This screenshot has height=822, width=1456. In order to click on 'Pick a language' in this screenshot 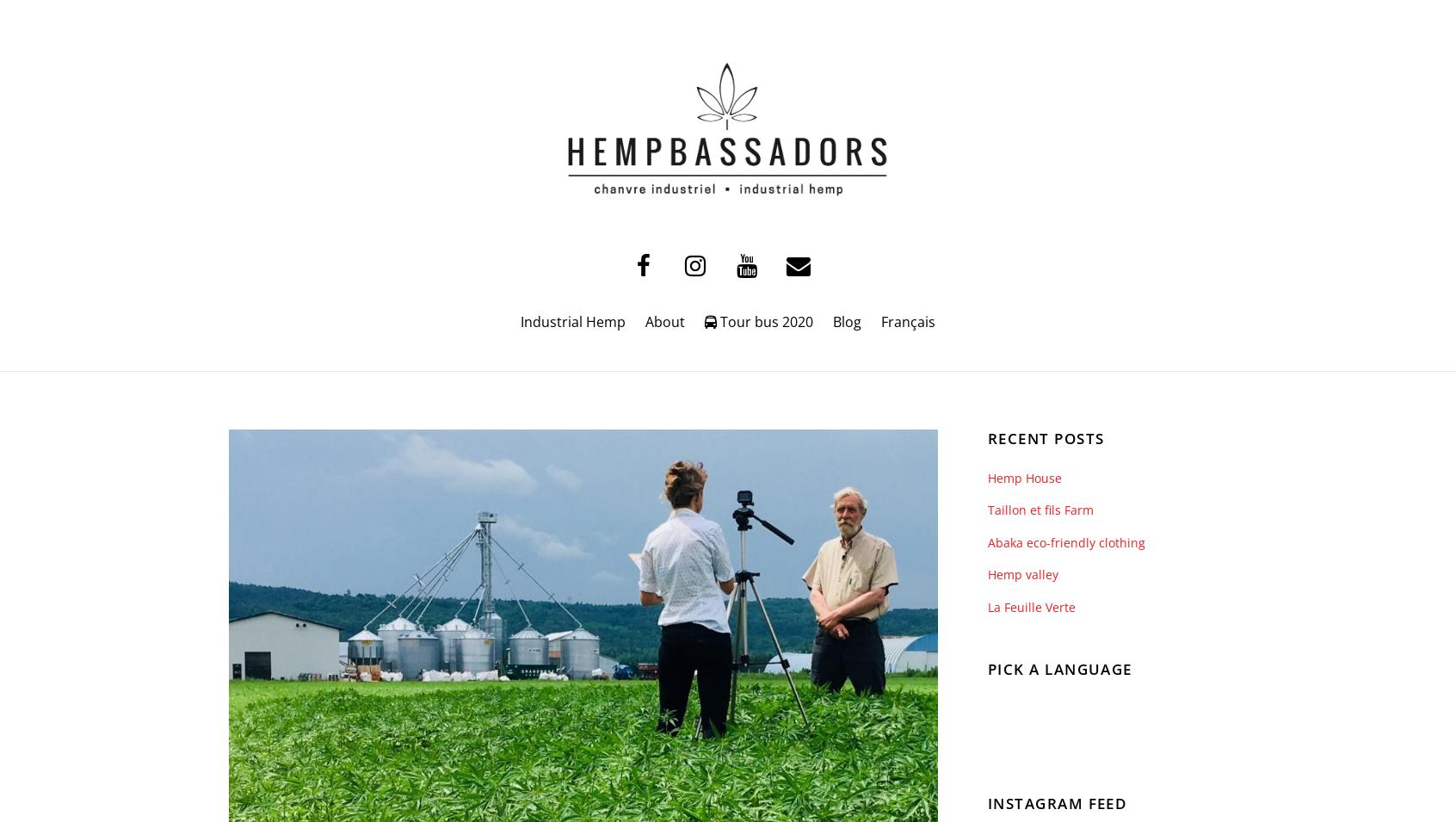, I will do `click(986, 668)`.